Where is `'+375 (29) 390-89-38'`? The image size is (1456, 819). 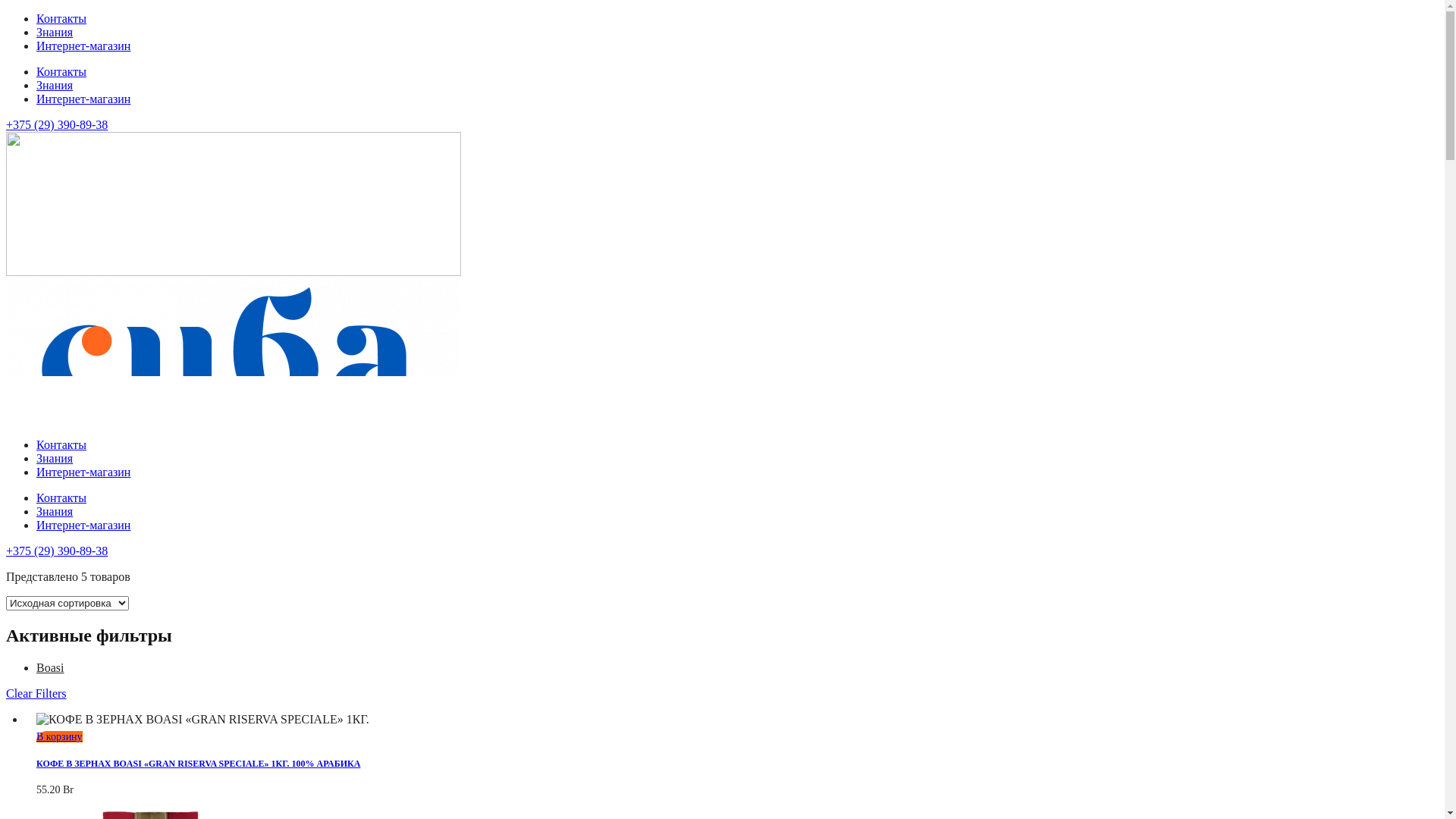
'+375 (29) 390-89-38' is located at coordinates (57, 124).